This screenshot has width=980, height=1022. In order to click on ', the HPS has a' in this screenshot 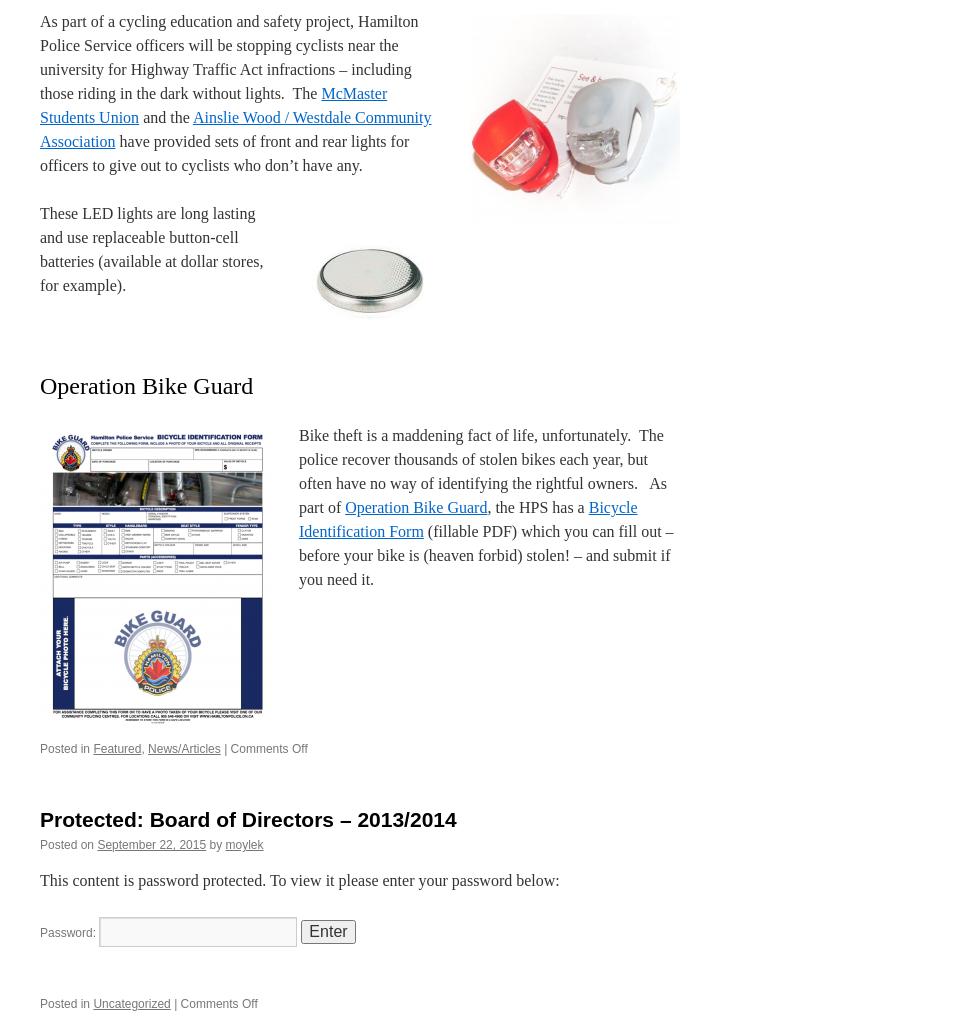, I will do `click(537, 506)`.